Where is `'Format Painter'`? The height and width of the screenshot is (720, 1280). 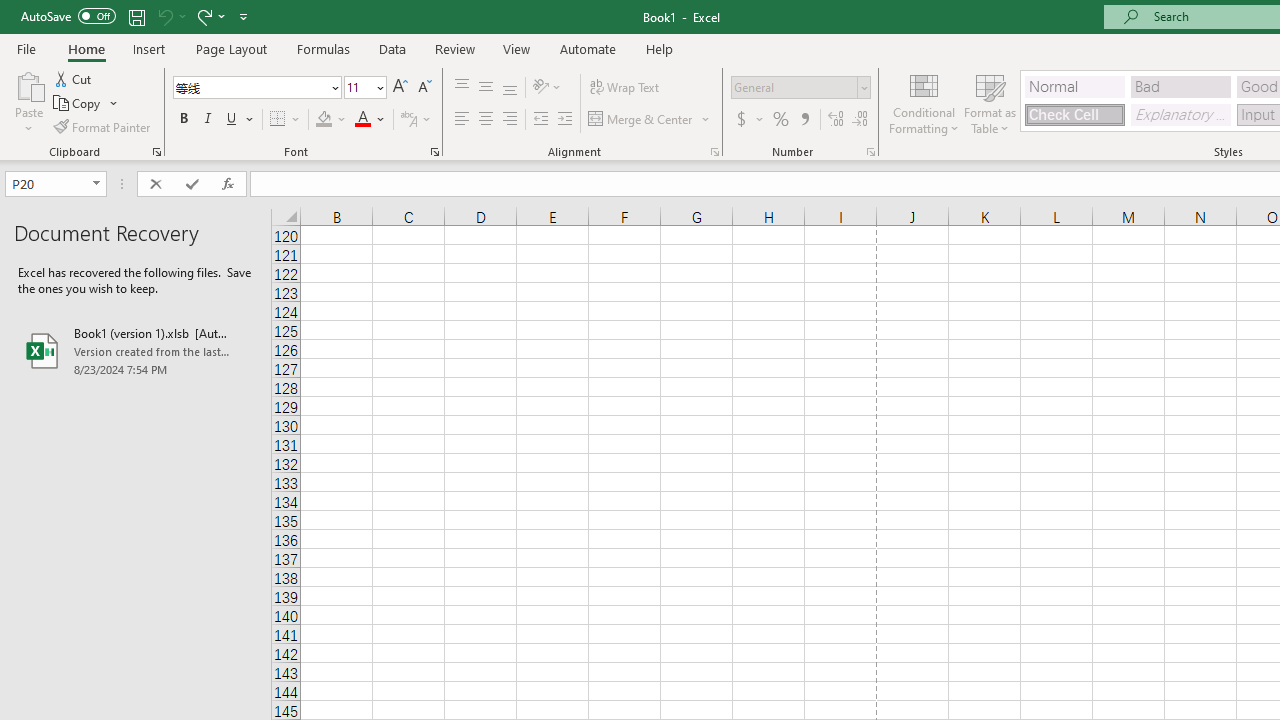 'Format Painter' is located at coordinates (102, 127).